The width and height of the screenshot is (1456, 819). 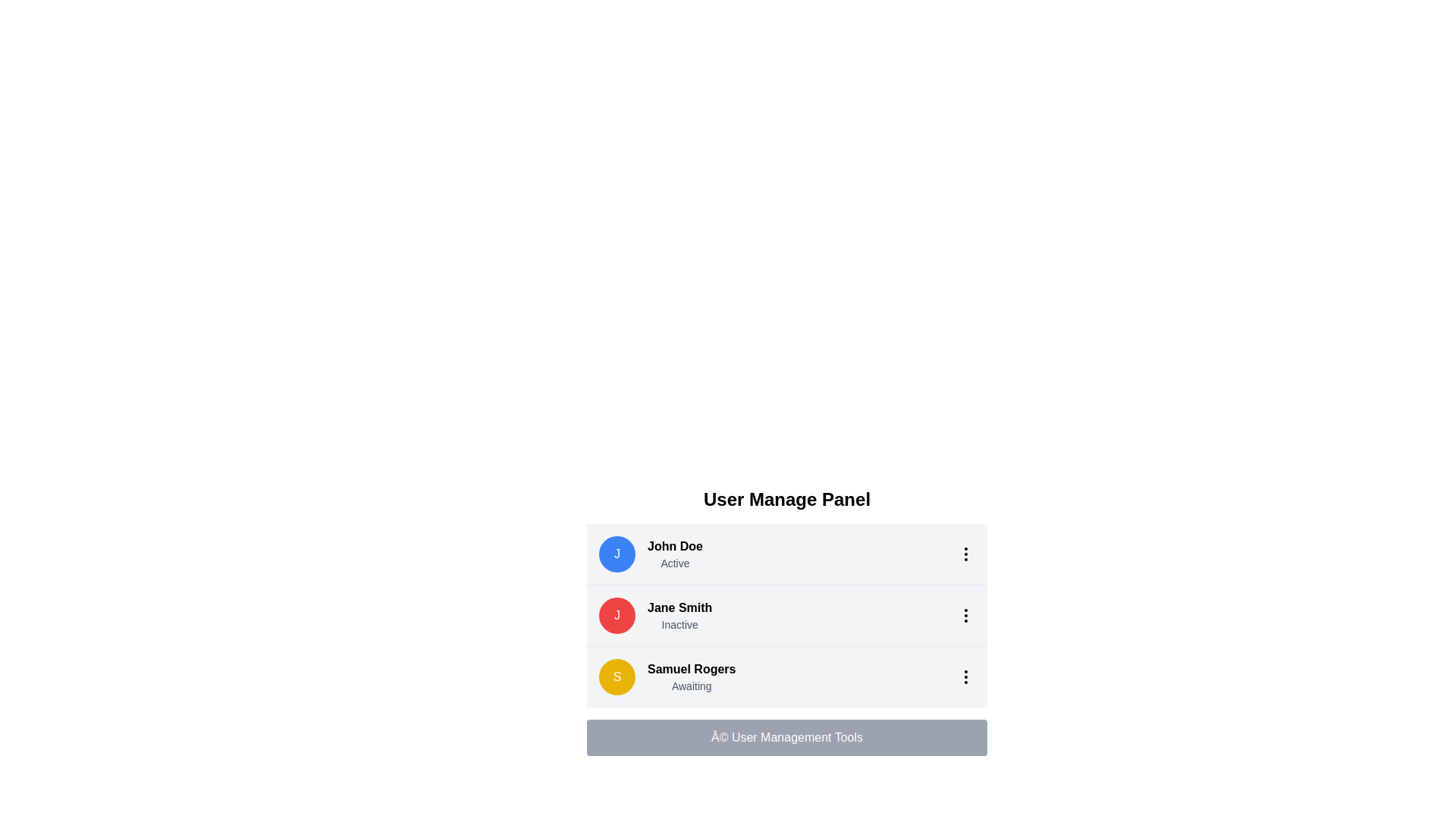 I want to click on the ellipsis menu icon represented by three vertically aligned dots, located at the rightmost edge of the row containing the text 'John Doe' and 'Active', so click(x=965, y=554).